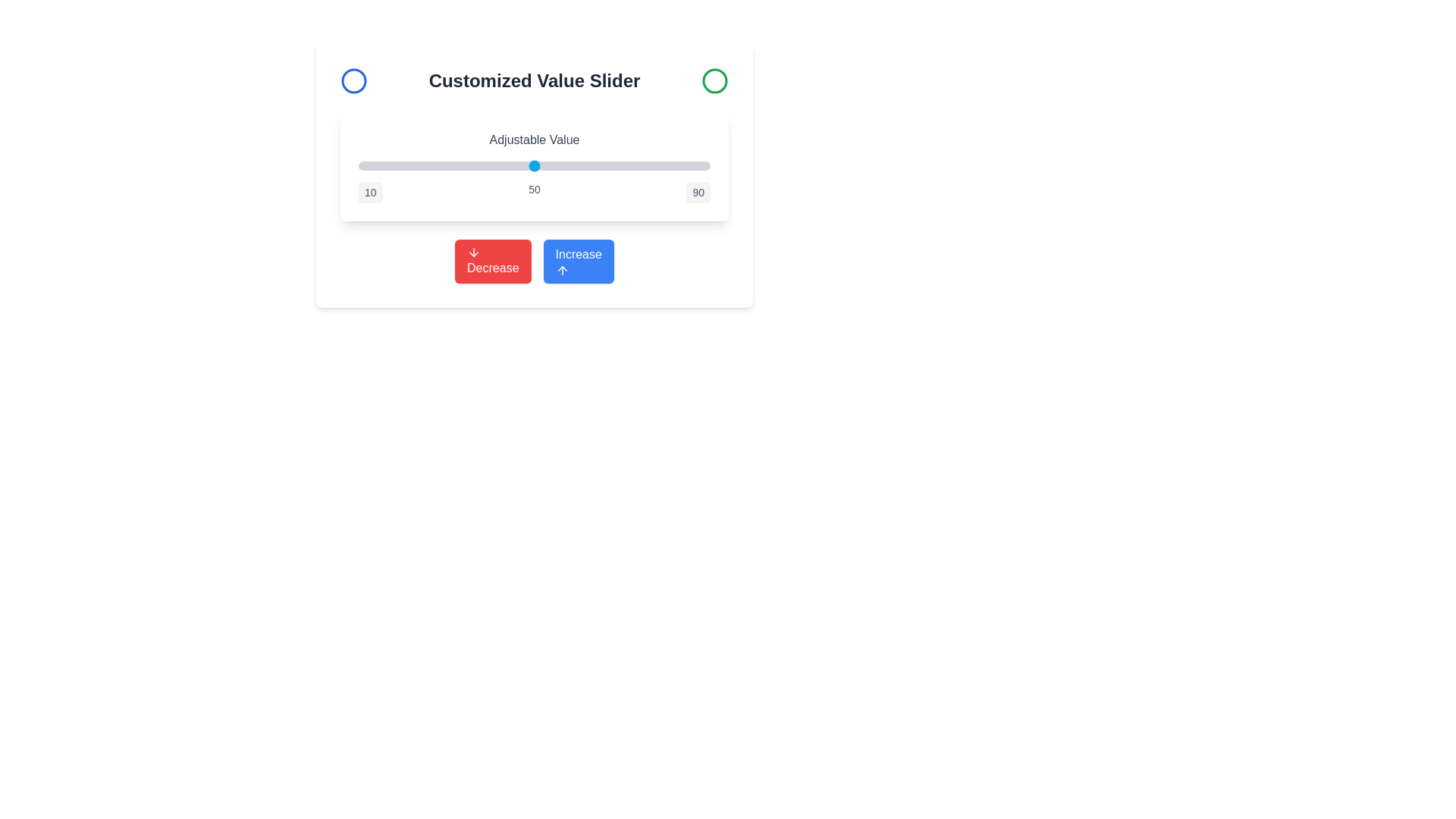 The image size is (1456, 819). Describe the element at coordinates (468, 166) in the screenshot. I see `adjustable value` at that location.